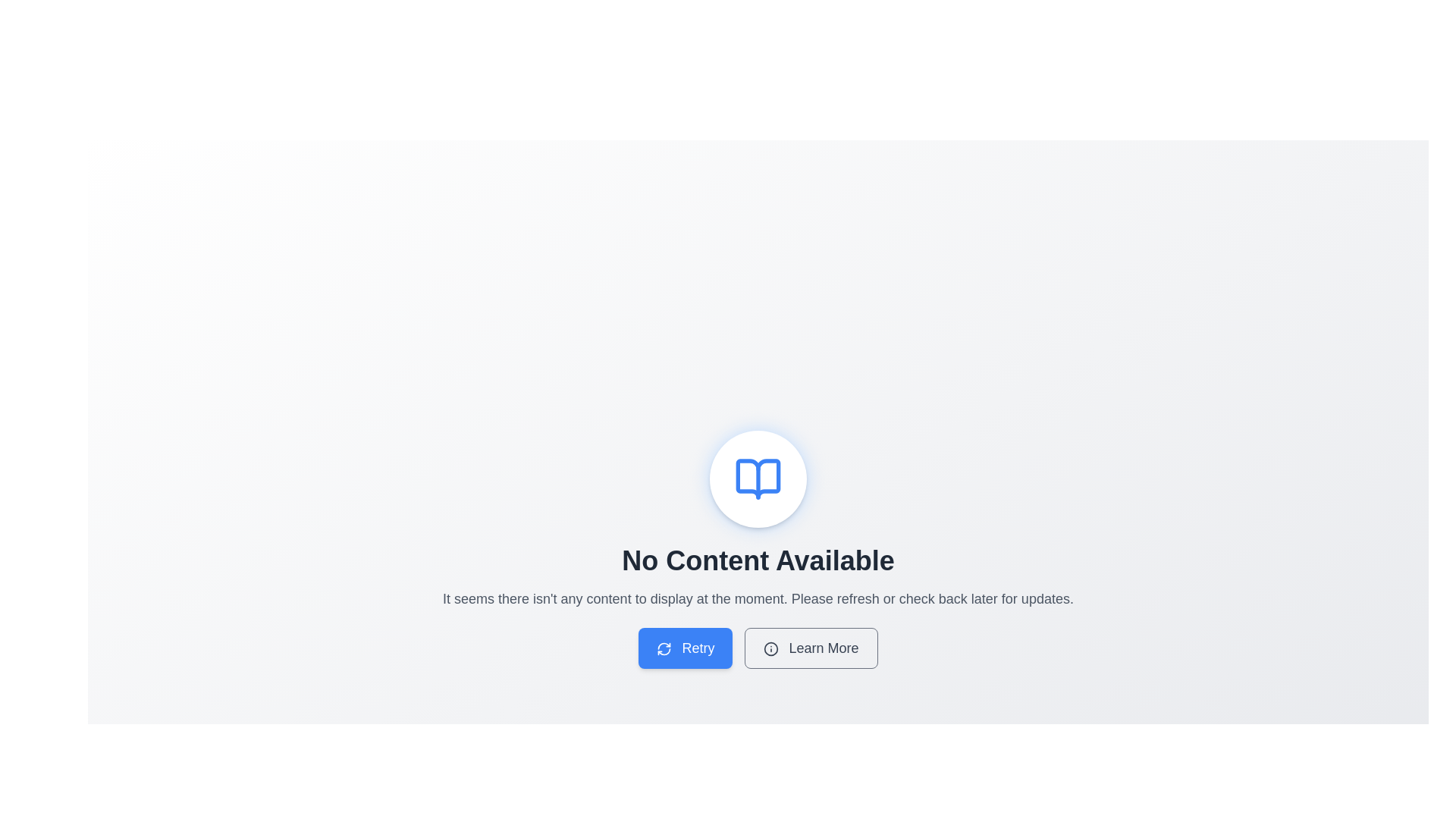  I want to click on the right-hand side portion of the open book icon, so click(758, 479).